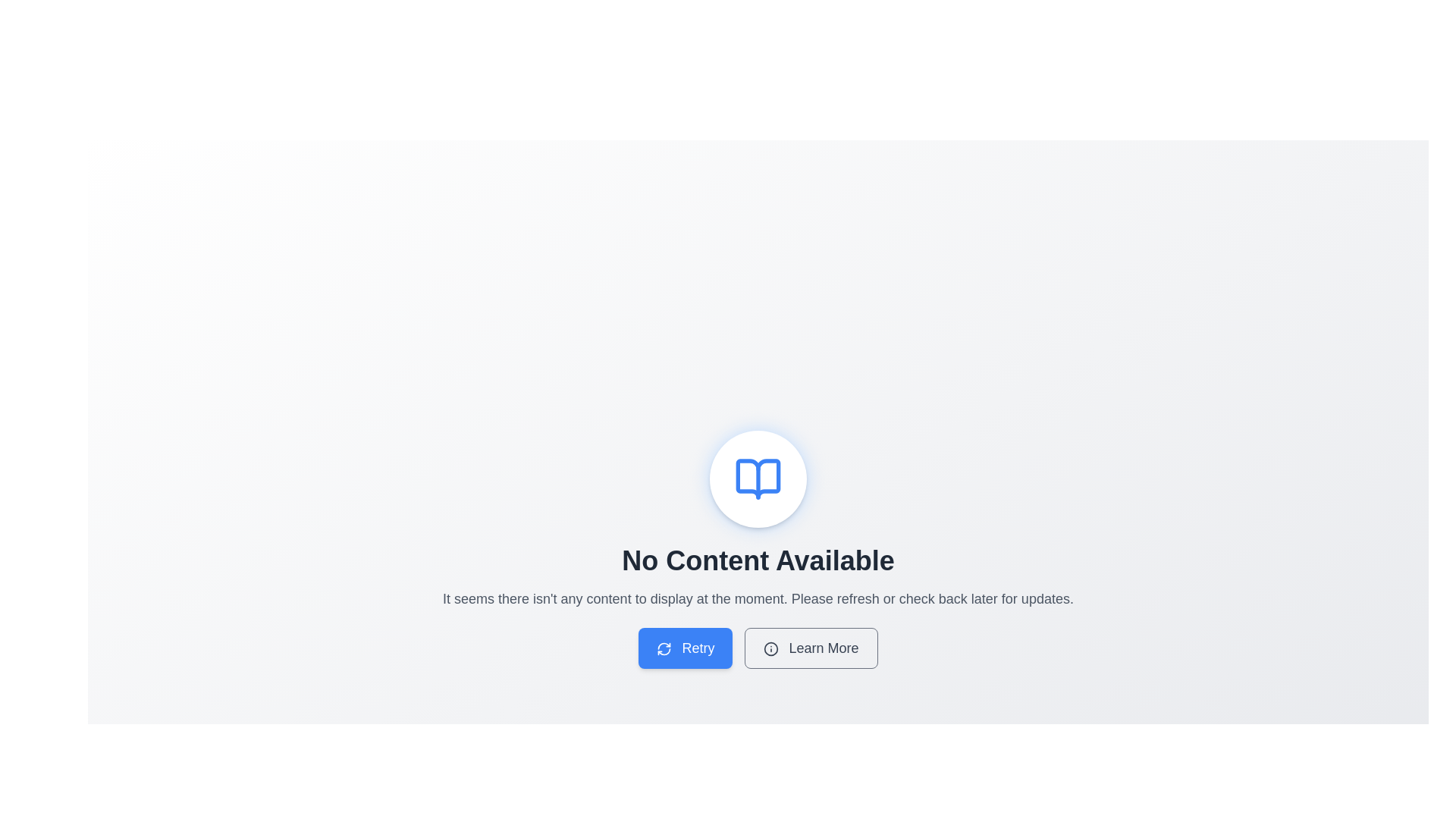  I want to click on the right-hand side portion of the open book icon, so click(758, 479).